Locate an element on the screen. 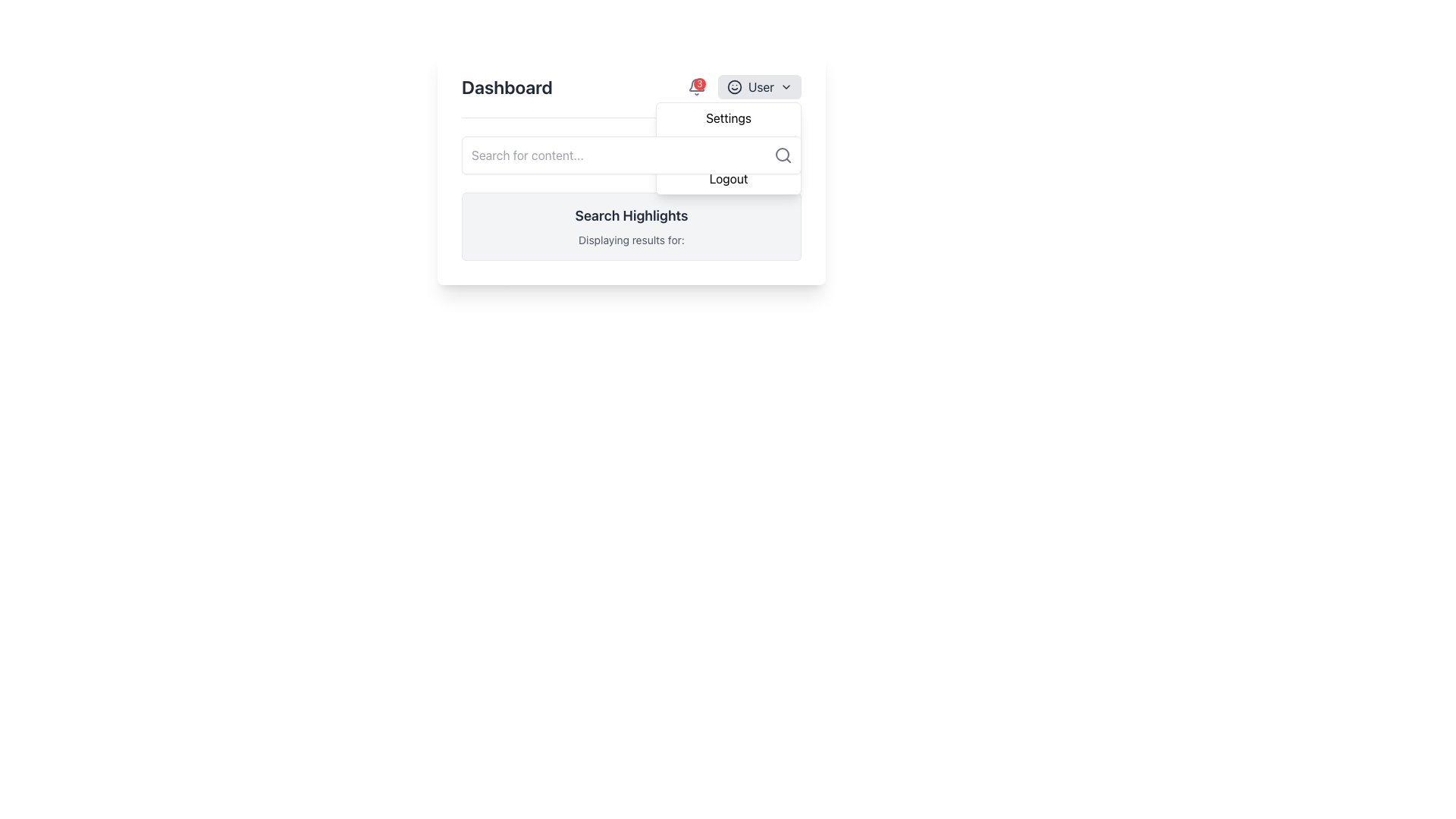 This screenshot has height=819, width=1456. the user profile dropdown menu icon located in the top right corner of the interface is located at coordinates (759, 87).